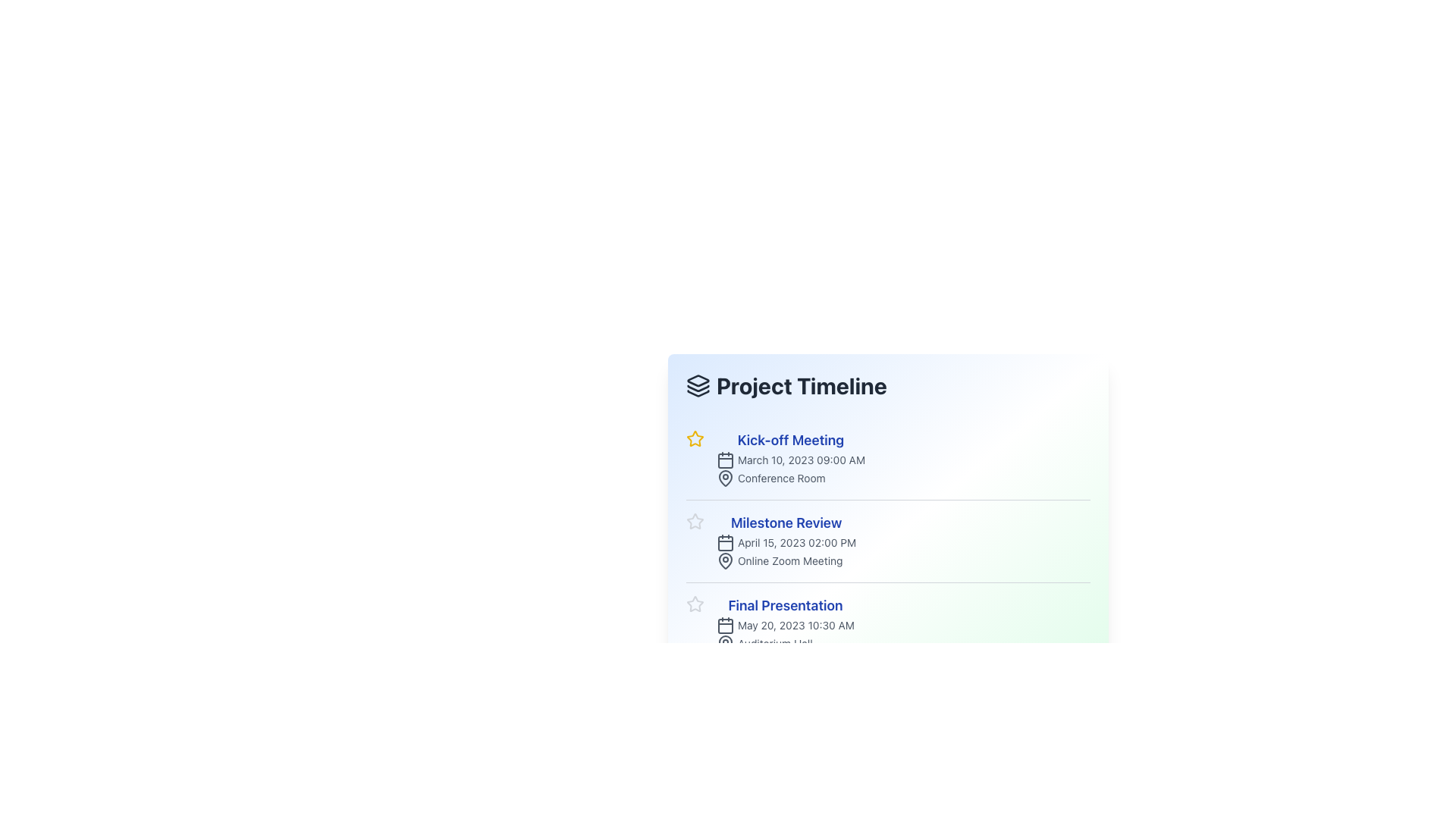 The image size is (1456, 819). What do you see at coordinates (724, 643) in the screenshot?
I see `the map pin icon indicating the location for the 'Final Presentation' event` at bounding box center [724, 643].